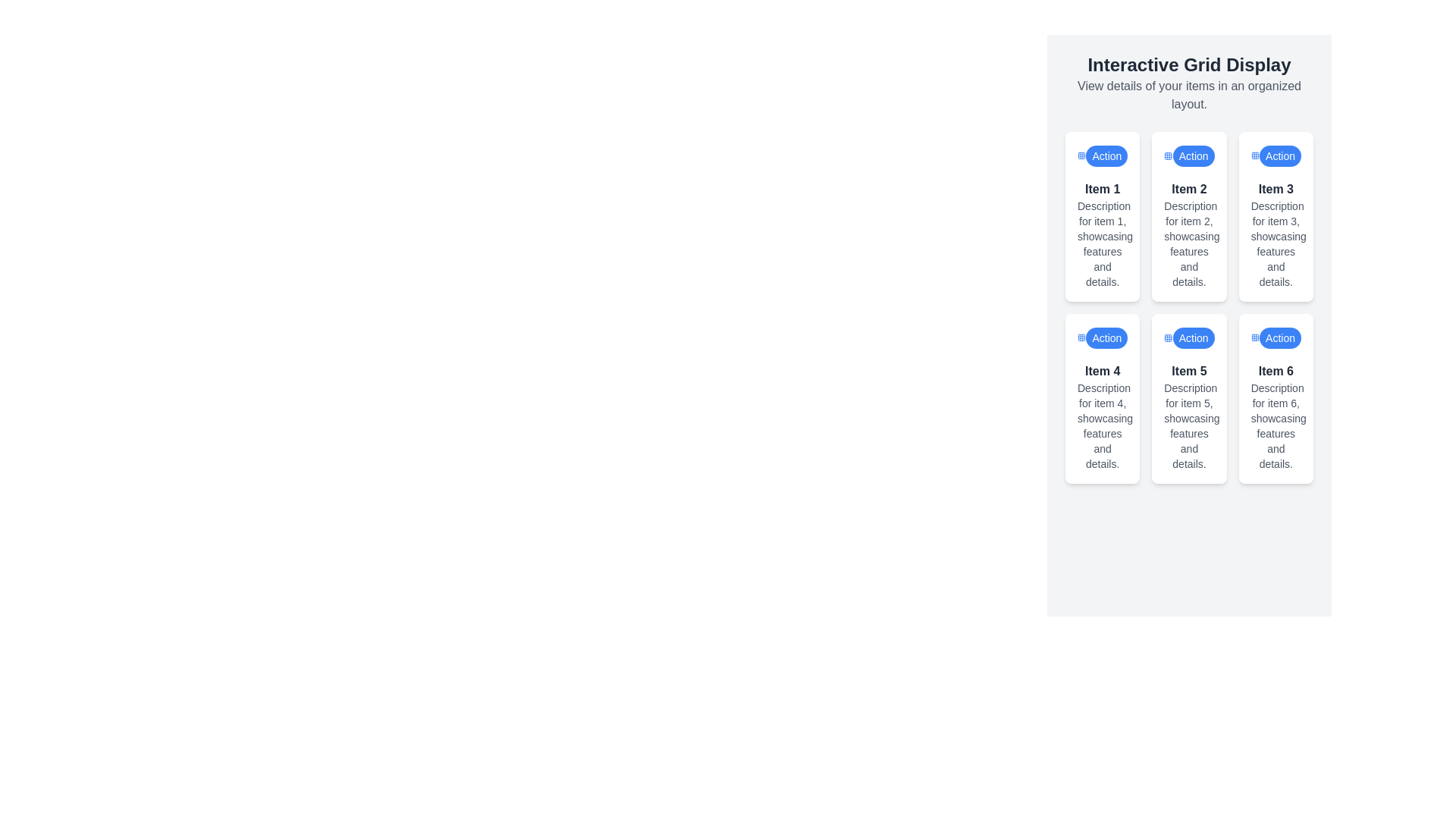 The height and width of the screenshot is (819, 1456). What do you see at coordinates (1188, 64) in the screenshot?
I see `the heading 'Interactive Grid Display', which is styled with bold and large font and is dark gray, positioned at the top of the interface` at bounding box center [1188, 64].